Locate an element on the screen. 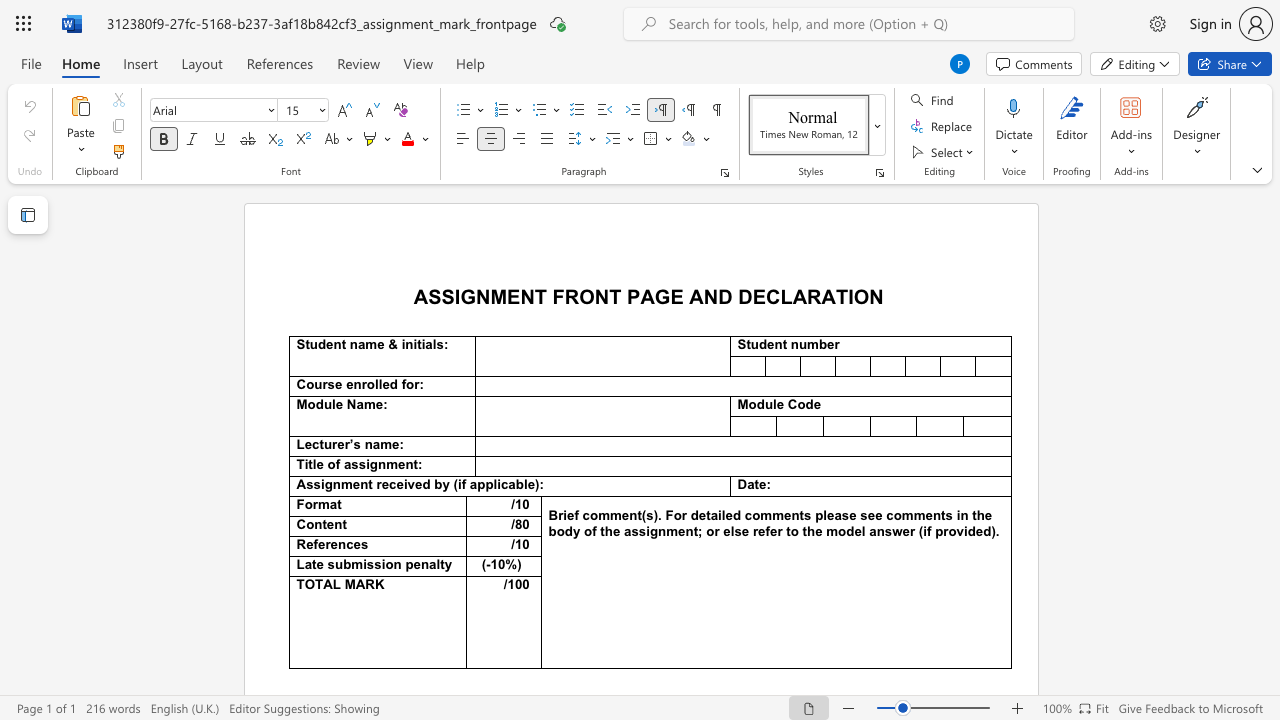 This screenshot has width=1280, height=720. the 1th character "e" in the text is located at coordinates (769, 343).